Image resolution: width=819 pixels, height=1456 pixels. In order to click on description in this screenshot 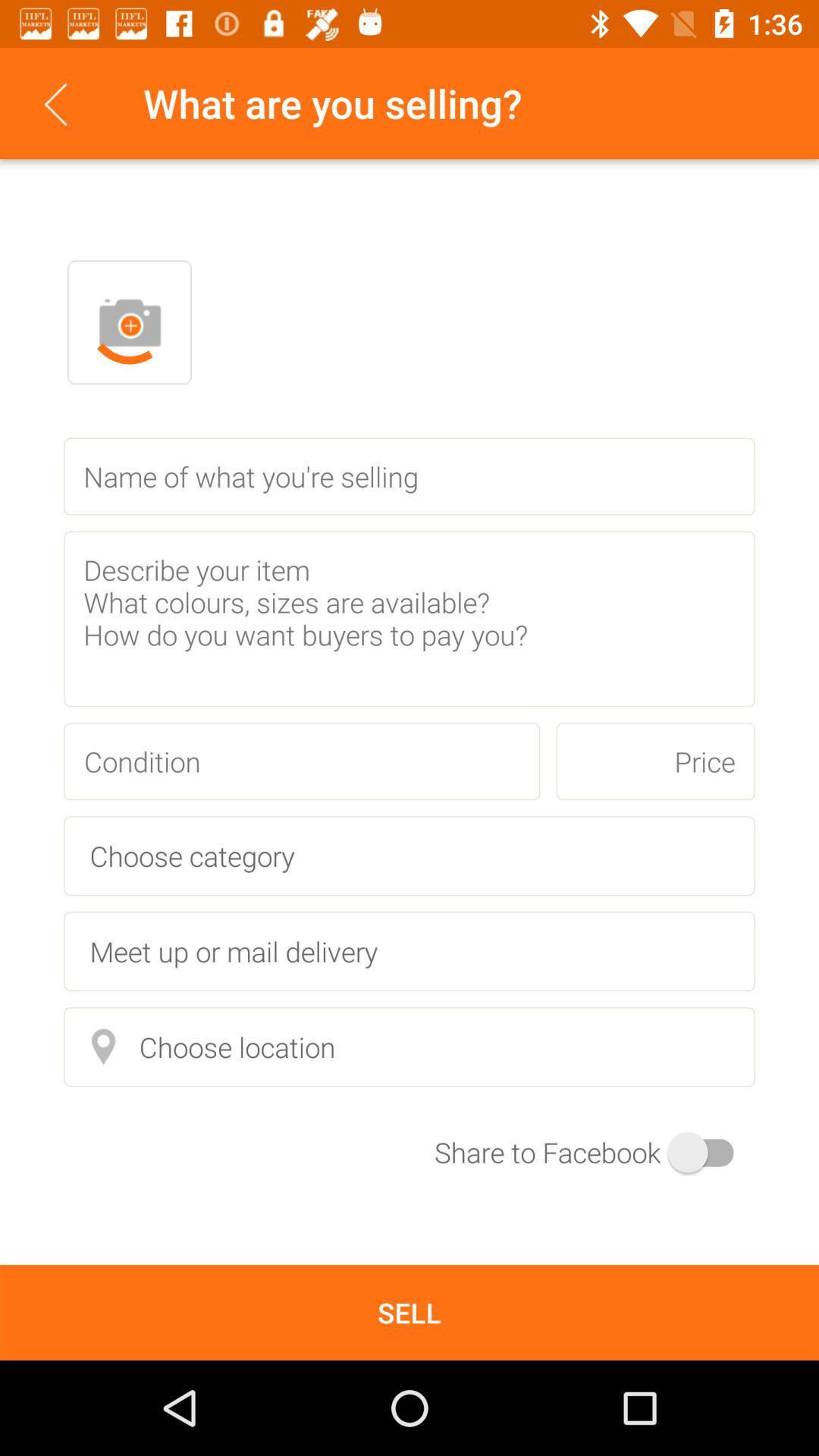, I will do `click(409, 619)`.